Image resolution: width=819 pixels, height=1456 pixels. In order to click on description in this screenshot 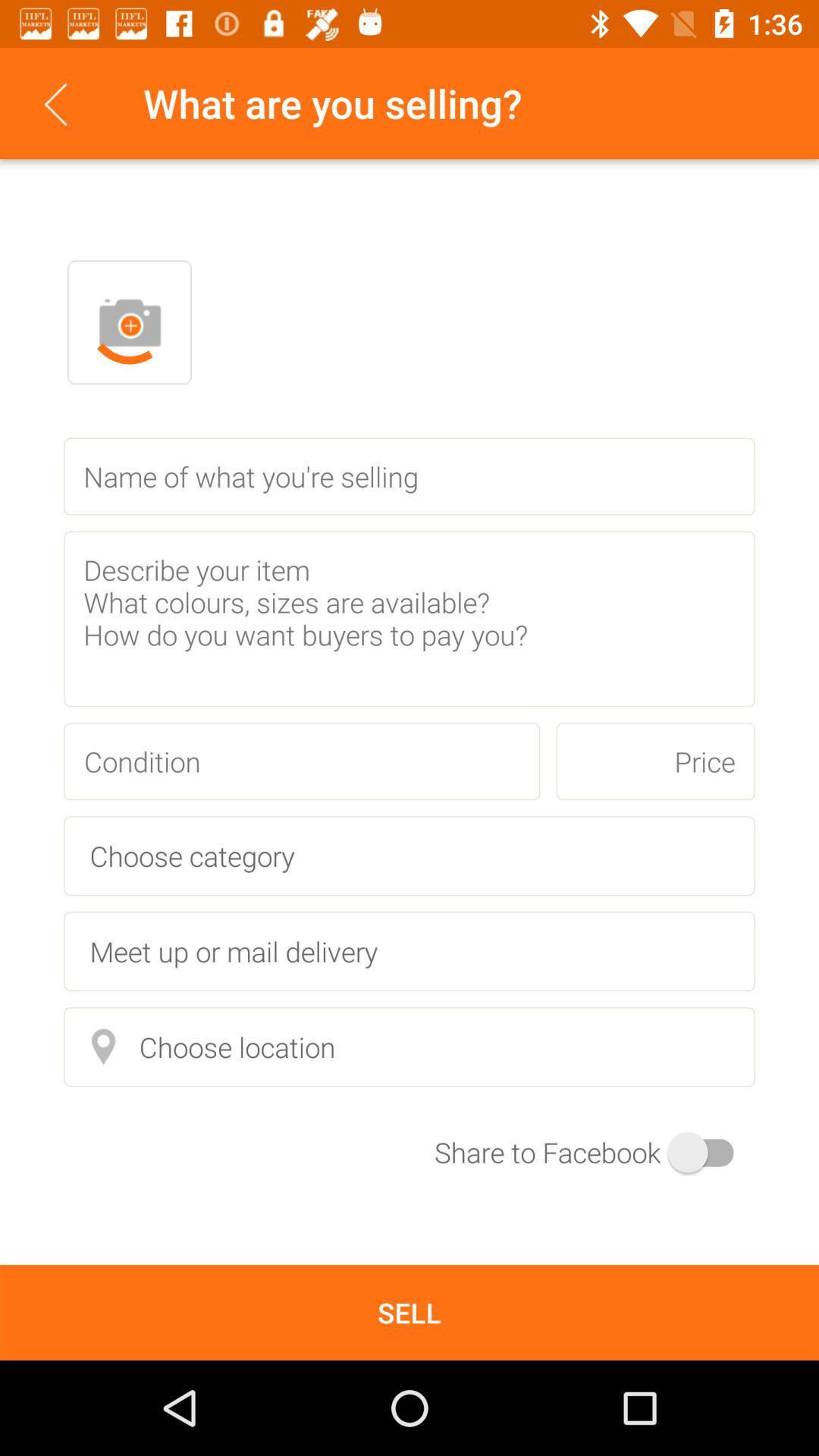, I will do `click(409, 619)`.